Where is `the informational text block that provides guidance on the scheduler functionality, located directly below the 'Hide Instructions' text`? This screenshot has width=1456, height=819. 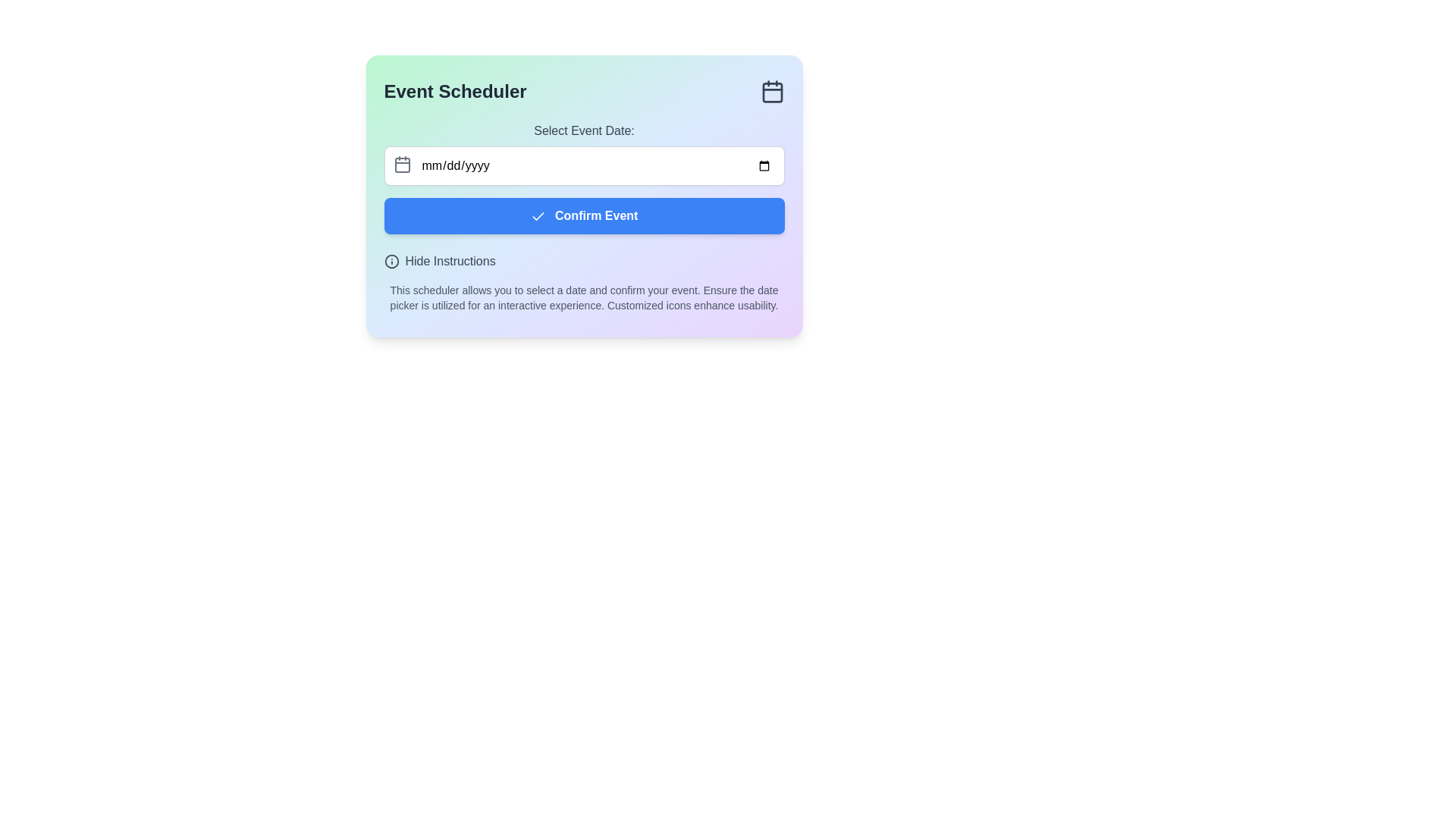
the informational text block that provides guidance on the scheduler functionality, located directly below the 'Hide Instructions' text is located at coordinates (583, 298).